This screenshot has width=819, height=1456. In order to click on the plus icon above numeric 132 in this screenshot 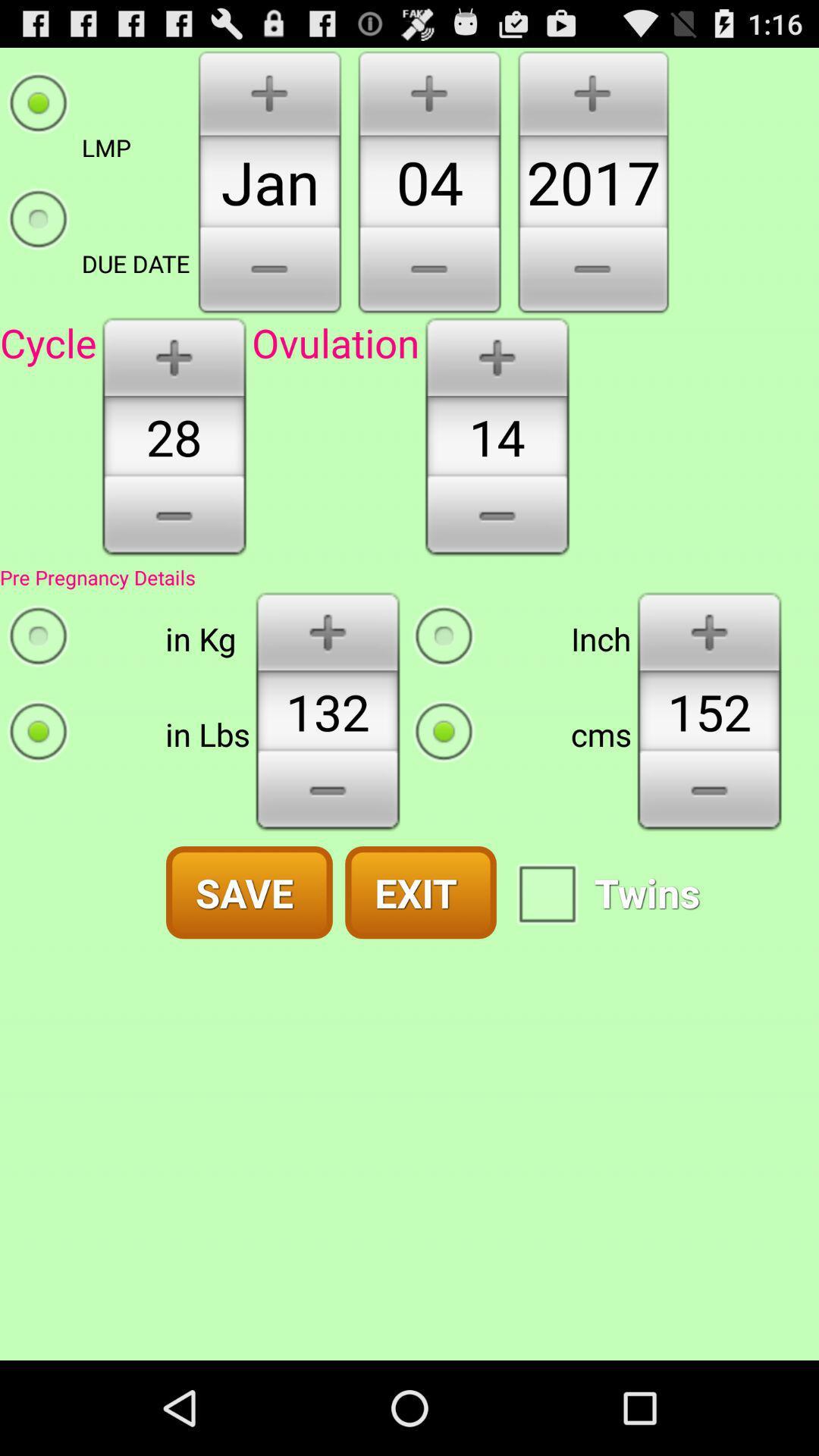, I will do `click(327, 630)`.